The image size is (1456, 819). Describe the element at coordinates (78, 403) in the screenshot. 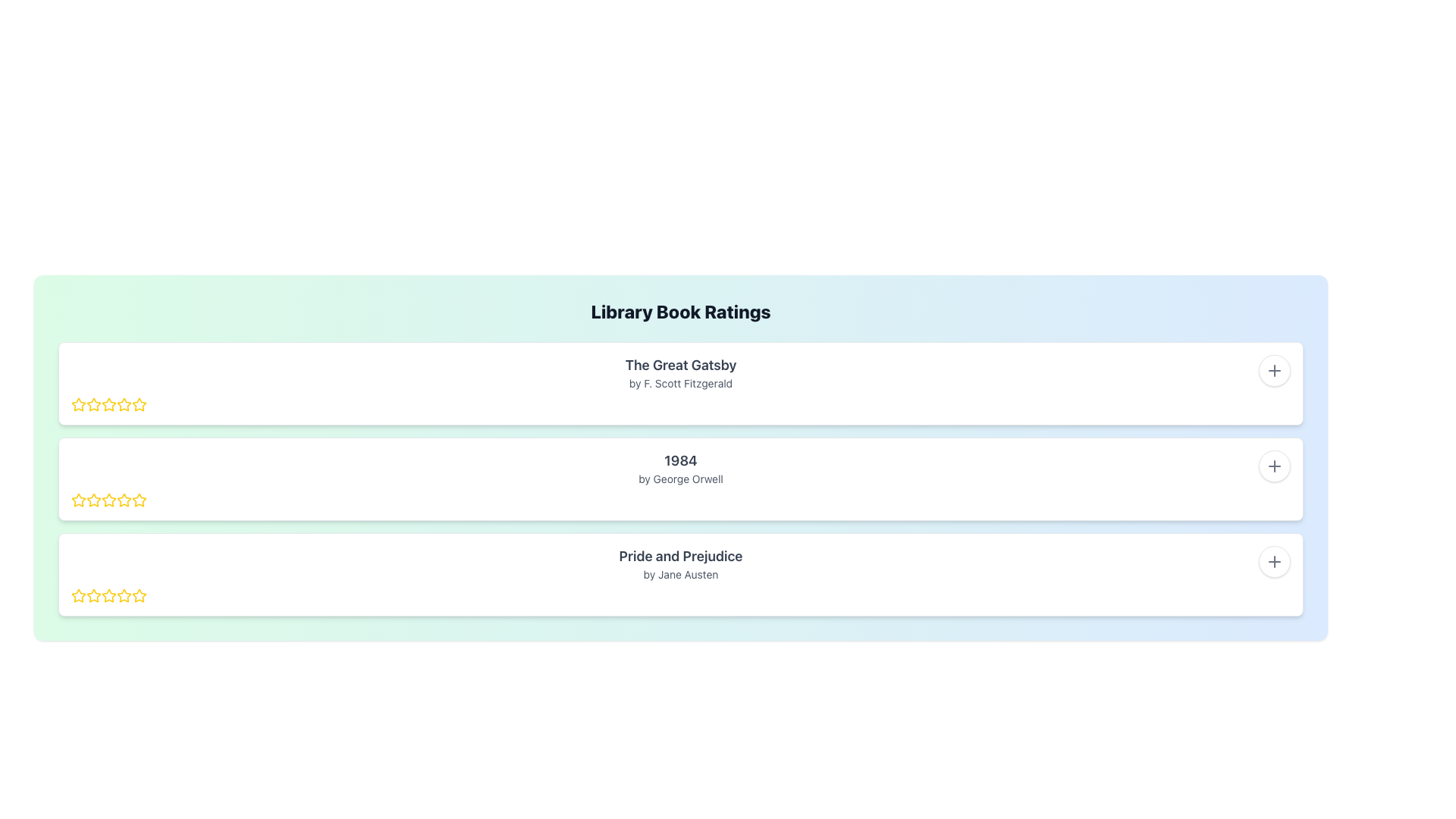

I see `the first yellow star icon in the rating interface for 'The Great Gatsby'` at that location.